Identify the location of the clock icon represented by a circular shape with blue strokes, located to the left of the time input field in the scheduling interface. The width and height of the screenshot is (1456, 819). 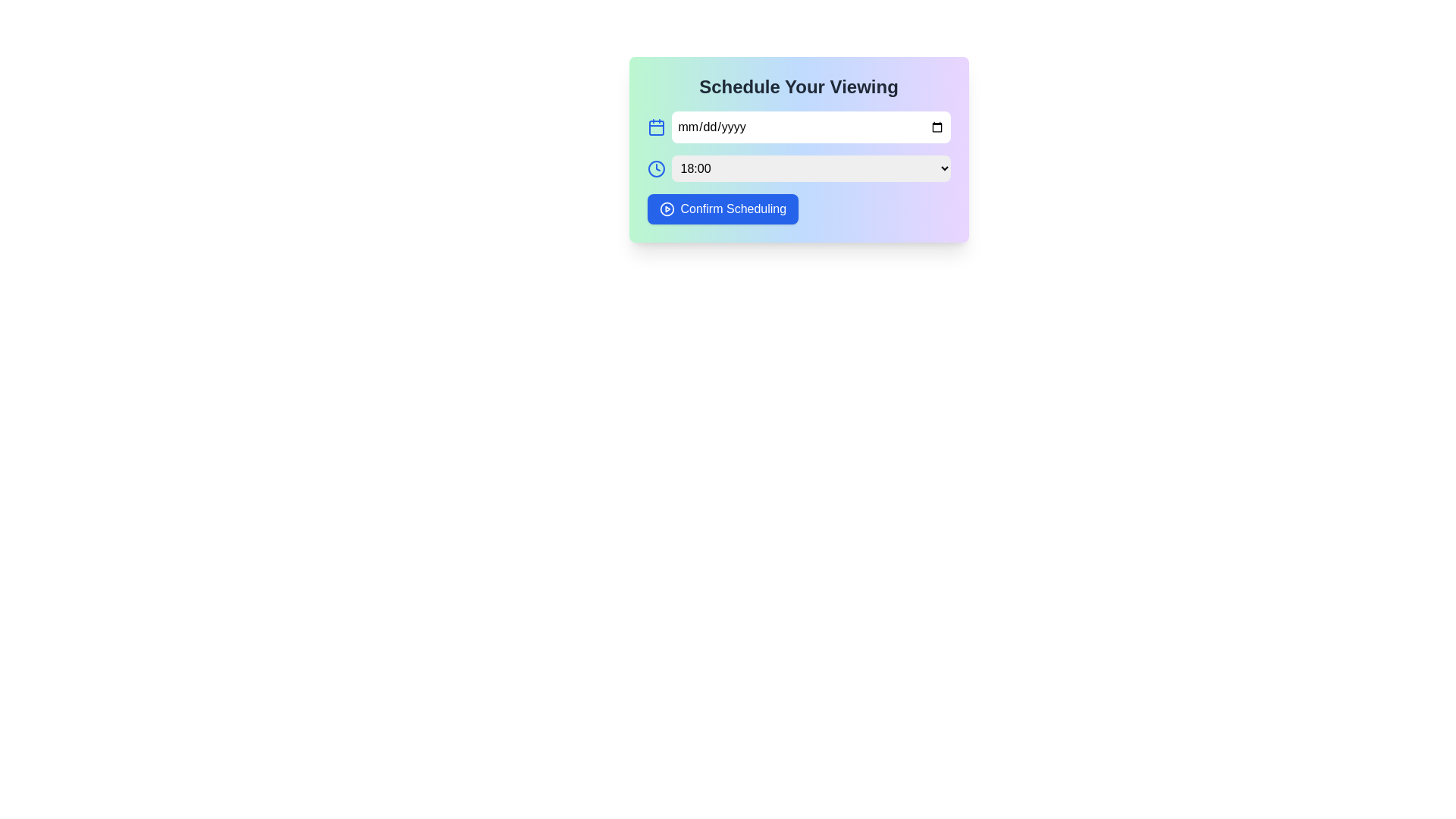
(656, 168).